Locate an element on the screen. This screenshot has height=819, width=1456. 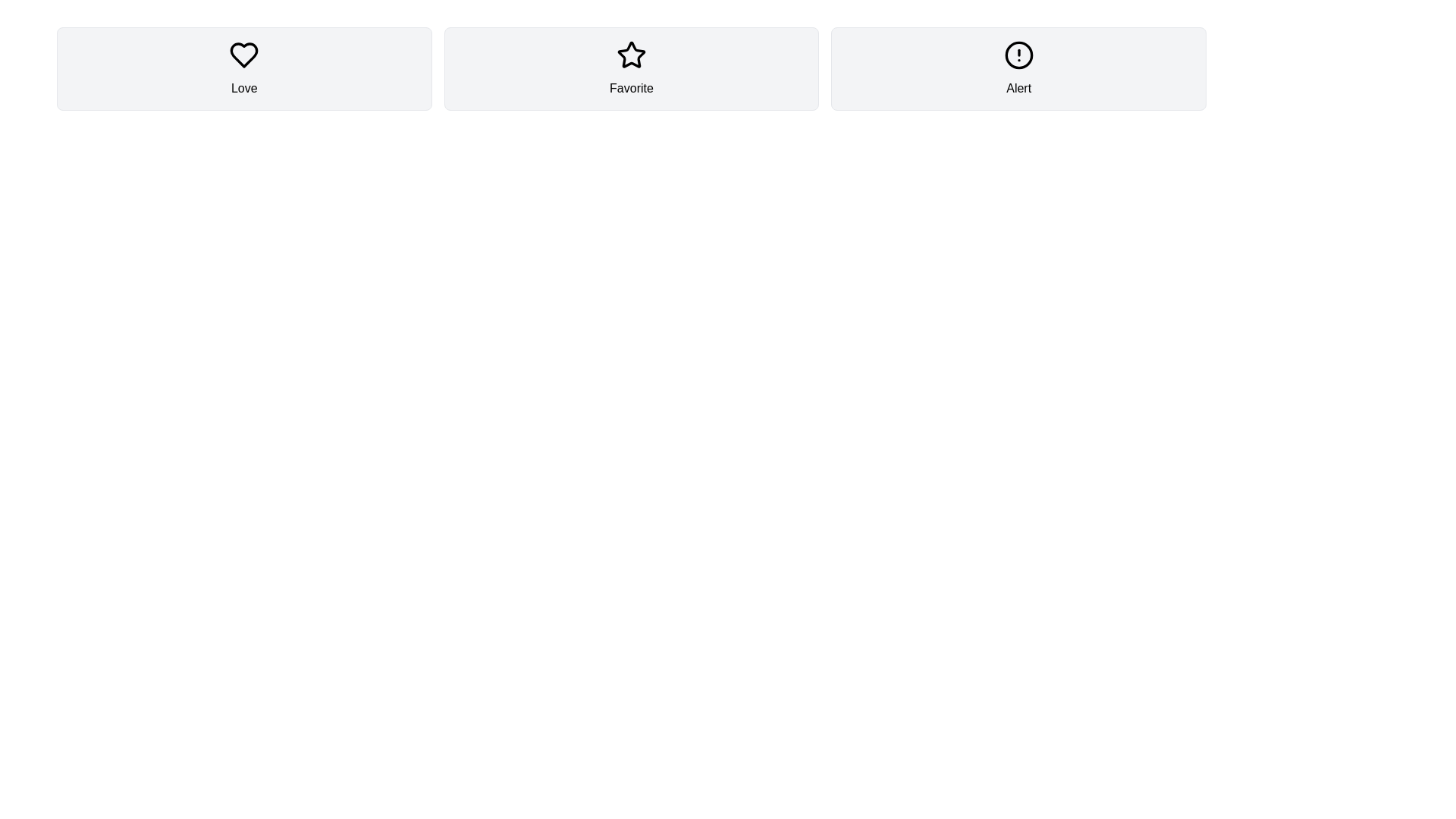
the SVG circle graphic that serves as part of the alert icon's design, indicating a warning or caution is located at coordinates (1018, 55).